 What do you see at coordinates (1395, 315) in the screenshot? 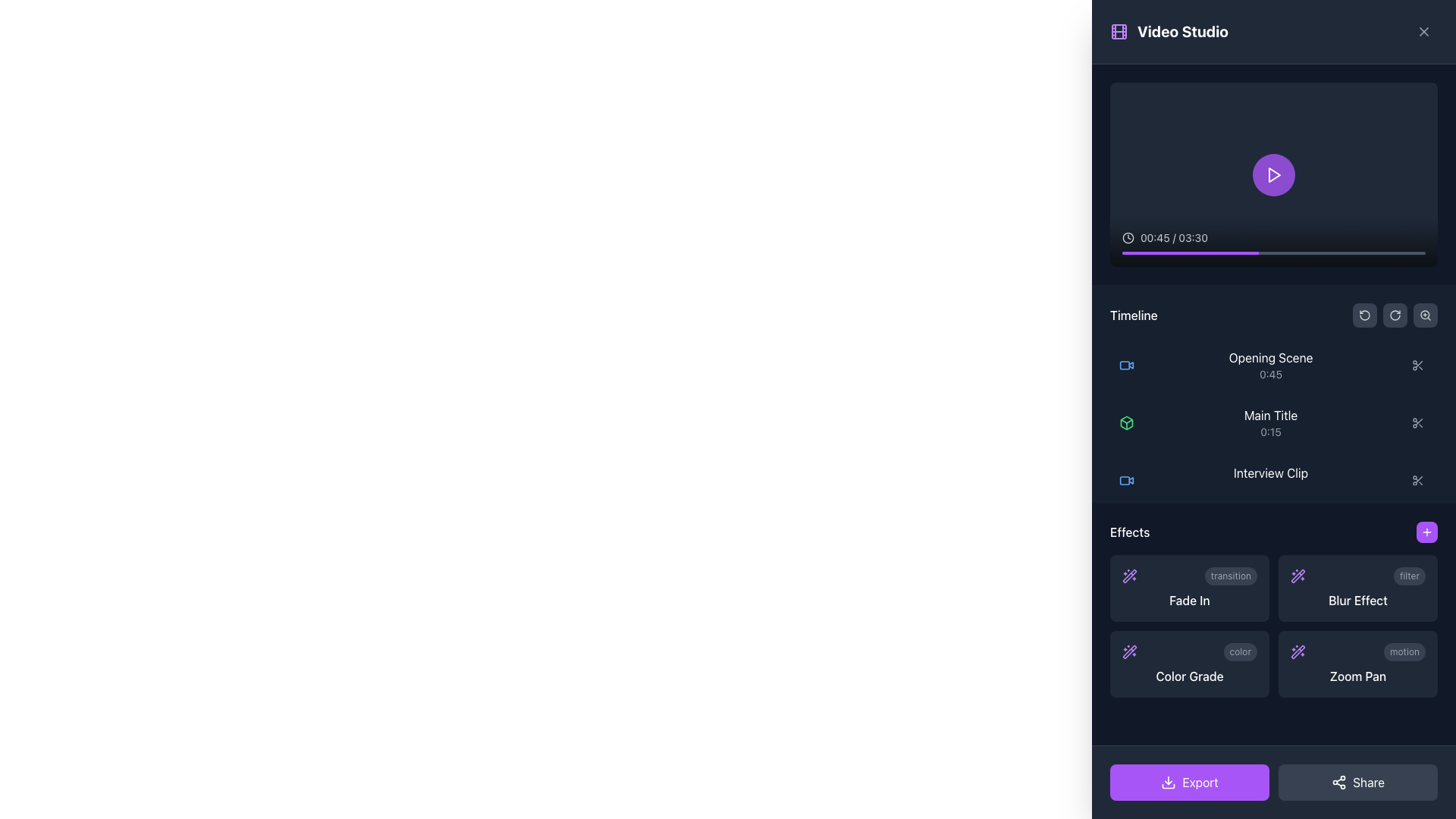
I see `the button with a dark background and a clockwise circular arrow icon located in the top-right section of the timeline area` at bounding box center [1395, 315].